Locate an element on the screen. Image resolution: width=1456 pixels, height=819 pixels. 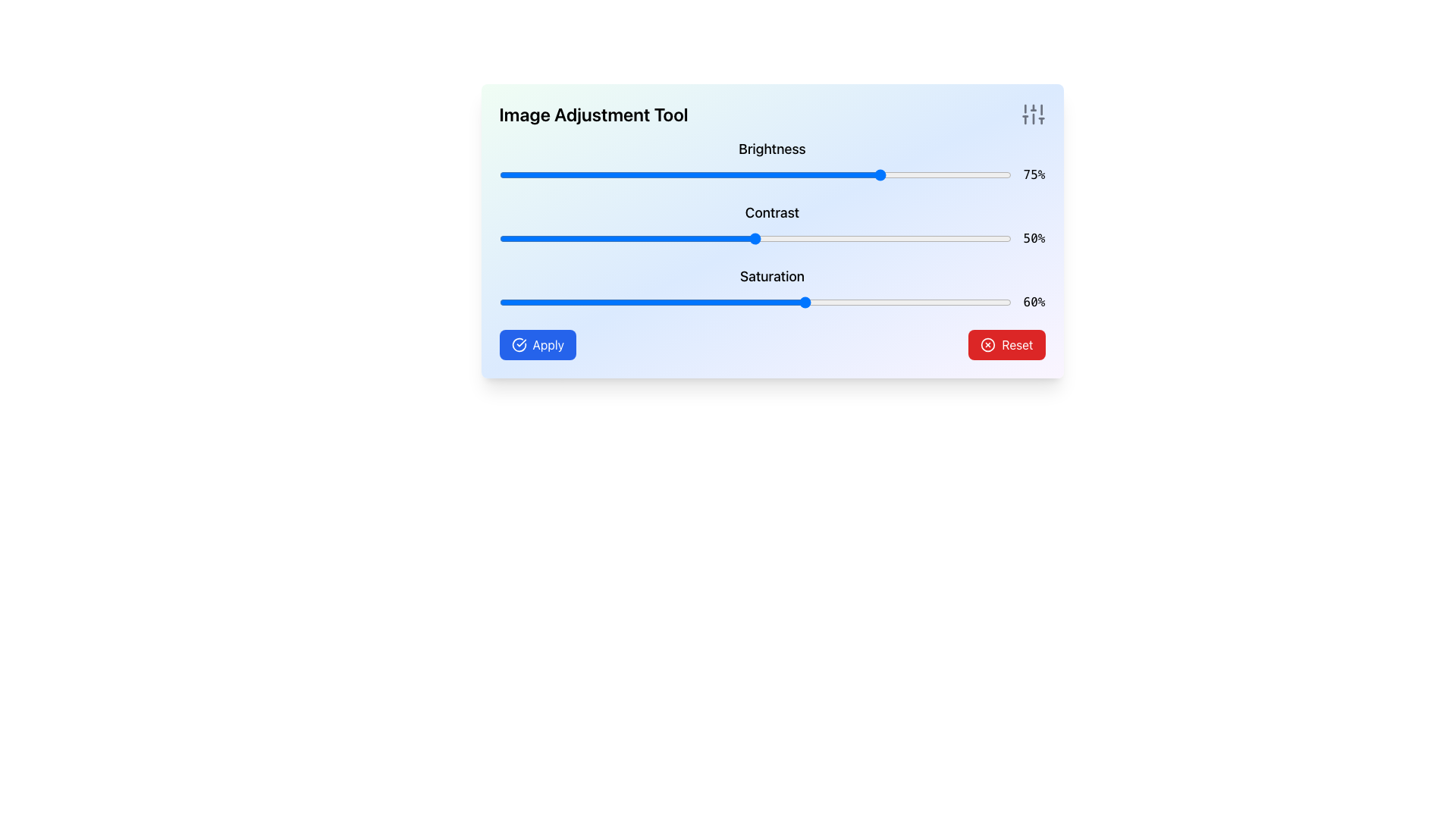
the text label within the blue 'Apply' button located at the bottom-left corner of the interface, which indicates the action of applying specified settings is located at coordinates (548, 345).